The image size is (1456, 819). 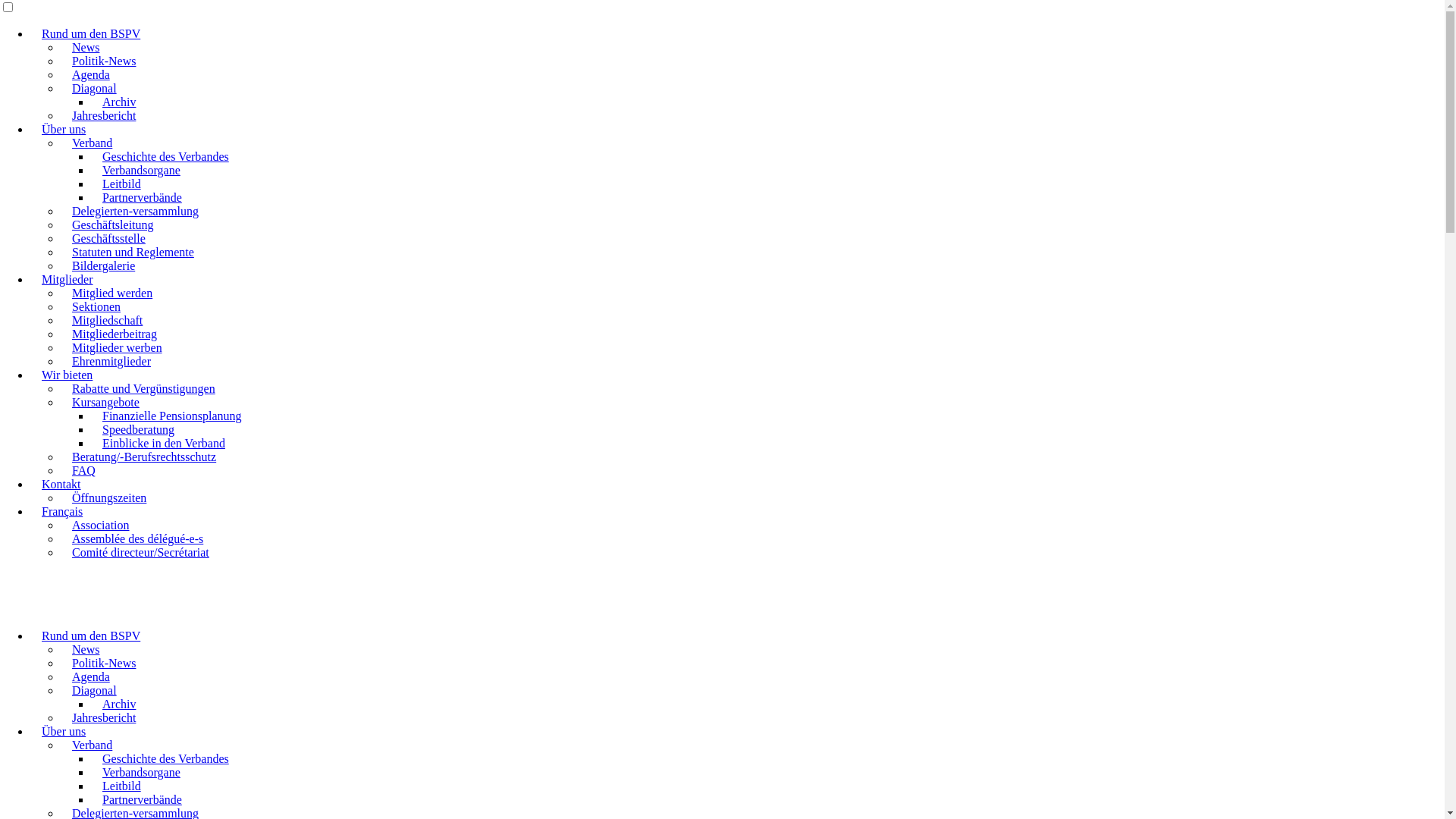 What do you see at coordinates (91, 143) in the screenshot?
I see `'Verband'` at bounding box center [91, 143].